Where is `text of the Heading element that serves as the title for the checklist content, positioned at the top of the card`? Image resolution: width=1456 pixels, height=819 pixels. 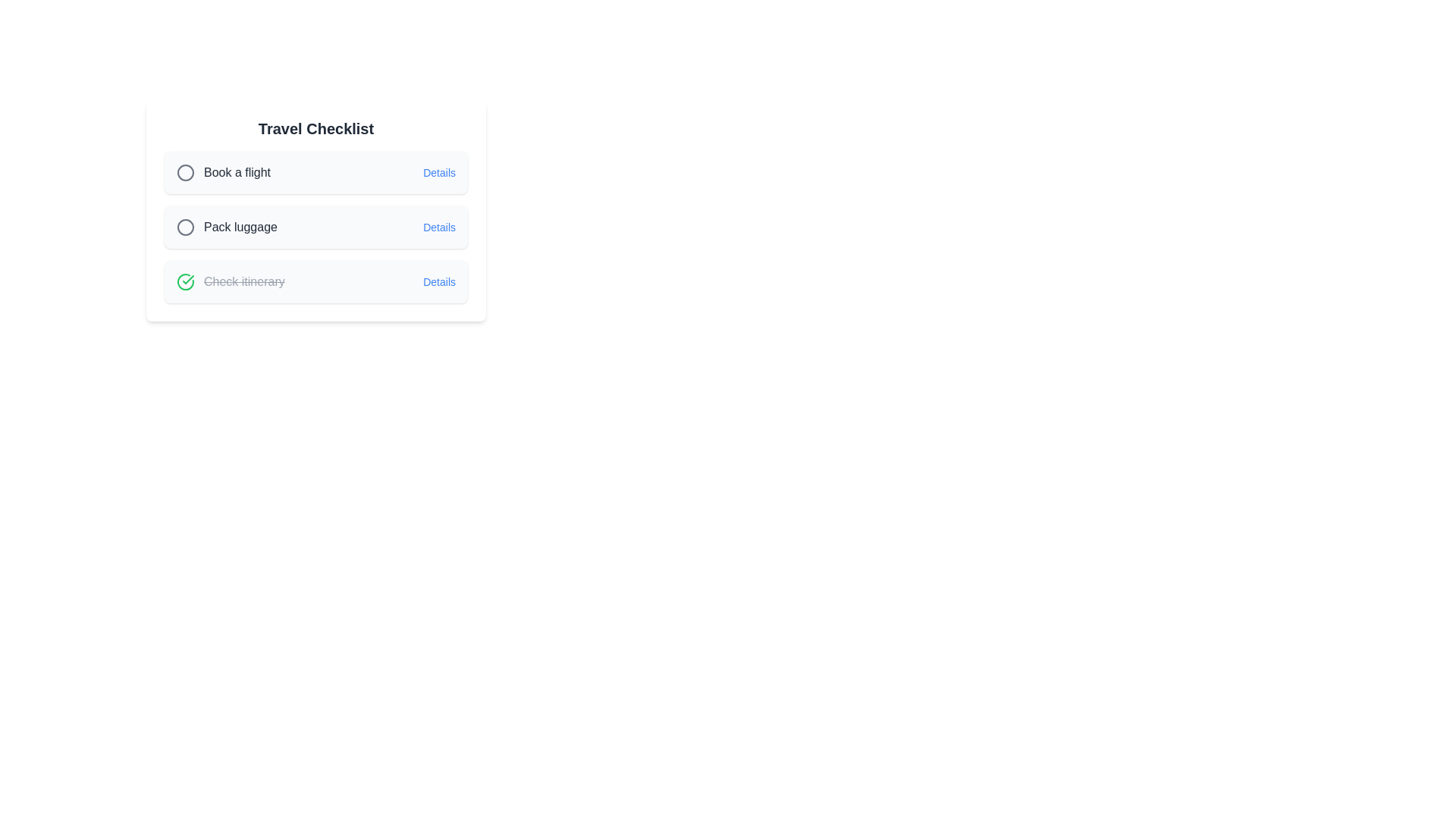 text of the Heading element that serves as the title for the checklist content, positioned at the top of the card is located at coordinates (315, 127).